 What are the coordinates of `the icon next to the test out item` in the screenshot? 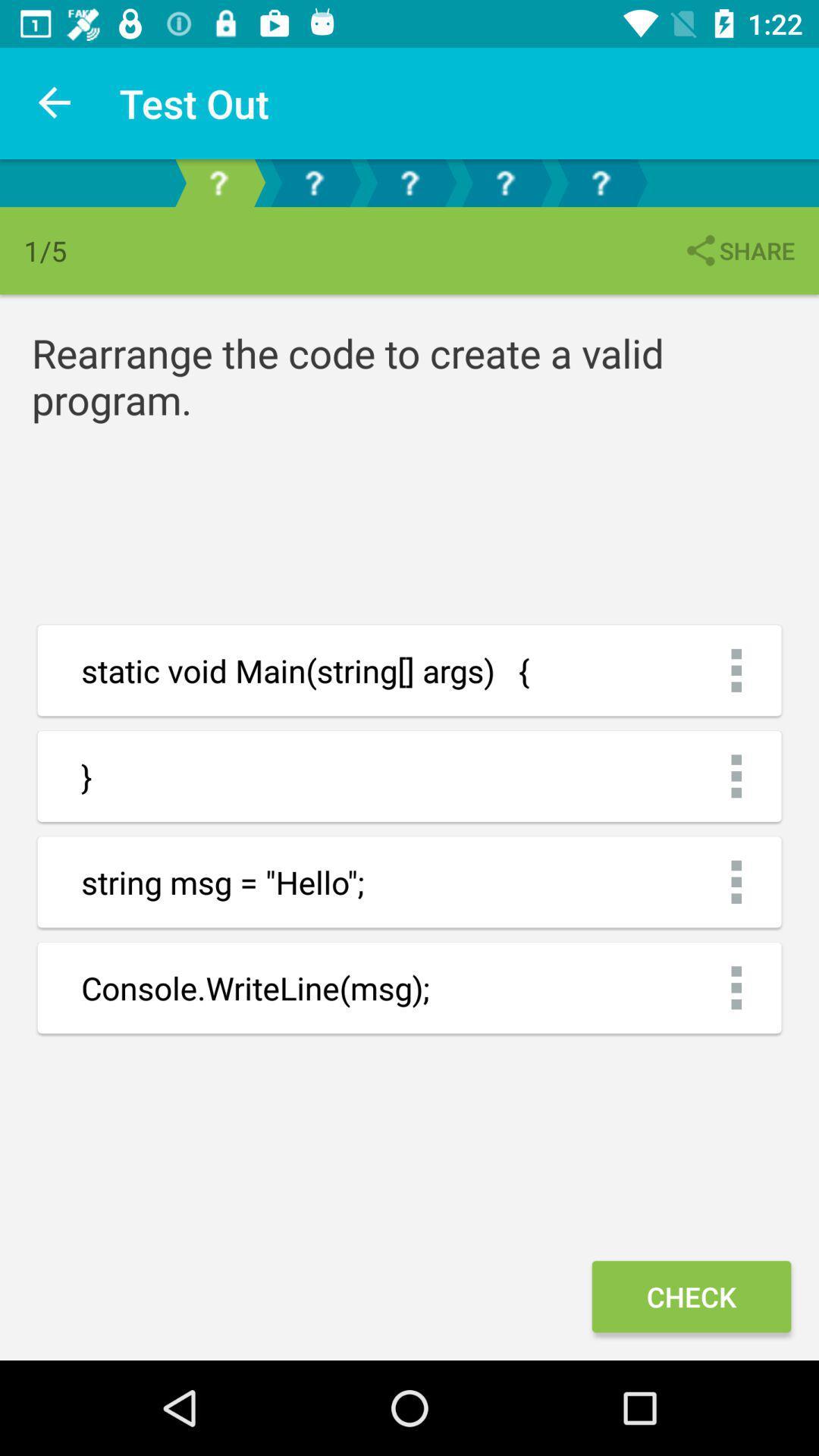 It's located at (55, 102).